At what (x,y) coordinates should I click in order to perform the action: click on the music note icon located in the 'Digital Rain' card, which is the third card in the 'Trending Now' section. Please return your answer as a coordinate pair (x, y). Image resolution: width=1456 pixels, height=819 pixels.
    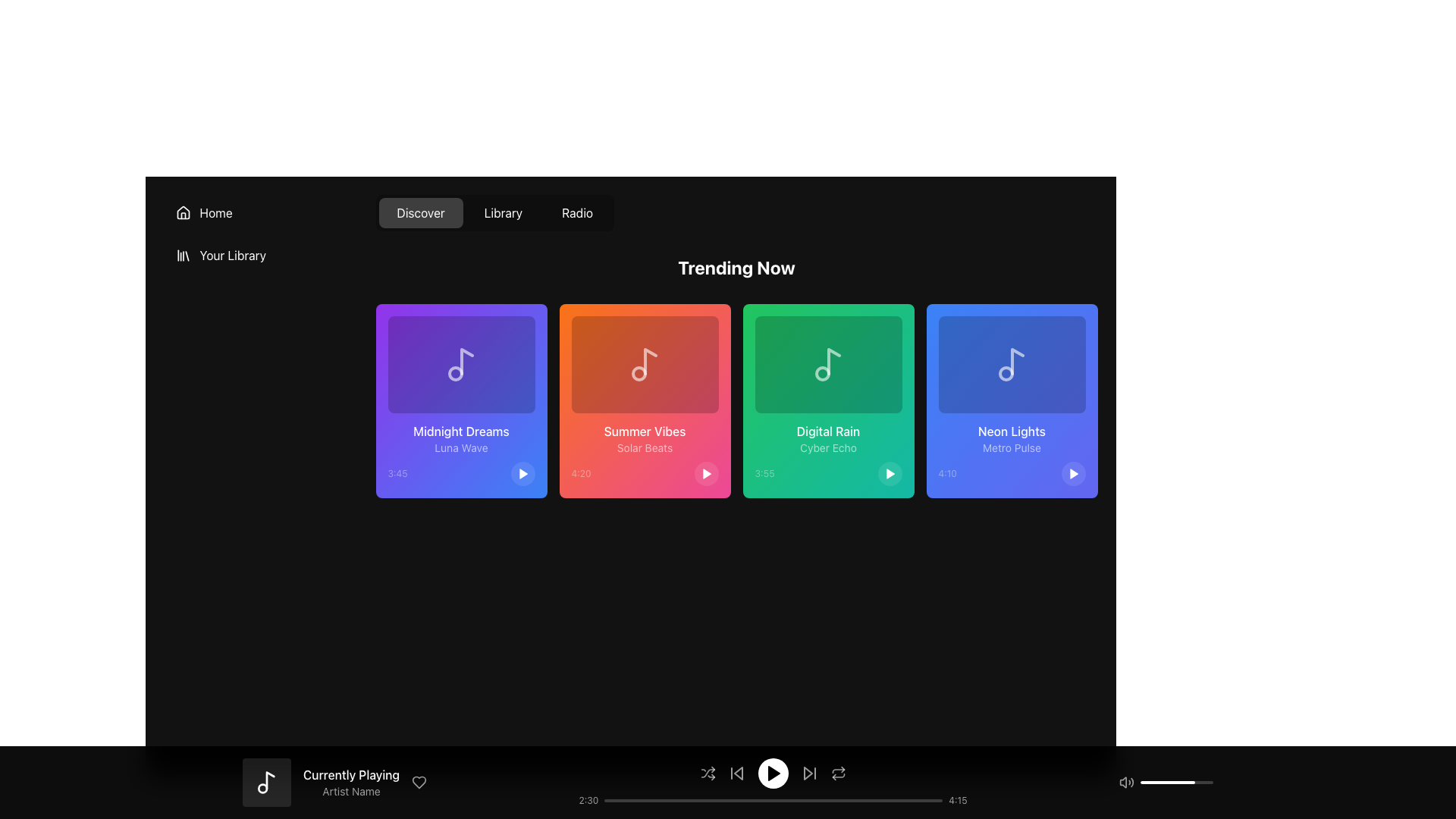
    Looking at the image, I should click on (827, 365).